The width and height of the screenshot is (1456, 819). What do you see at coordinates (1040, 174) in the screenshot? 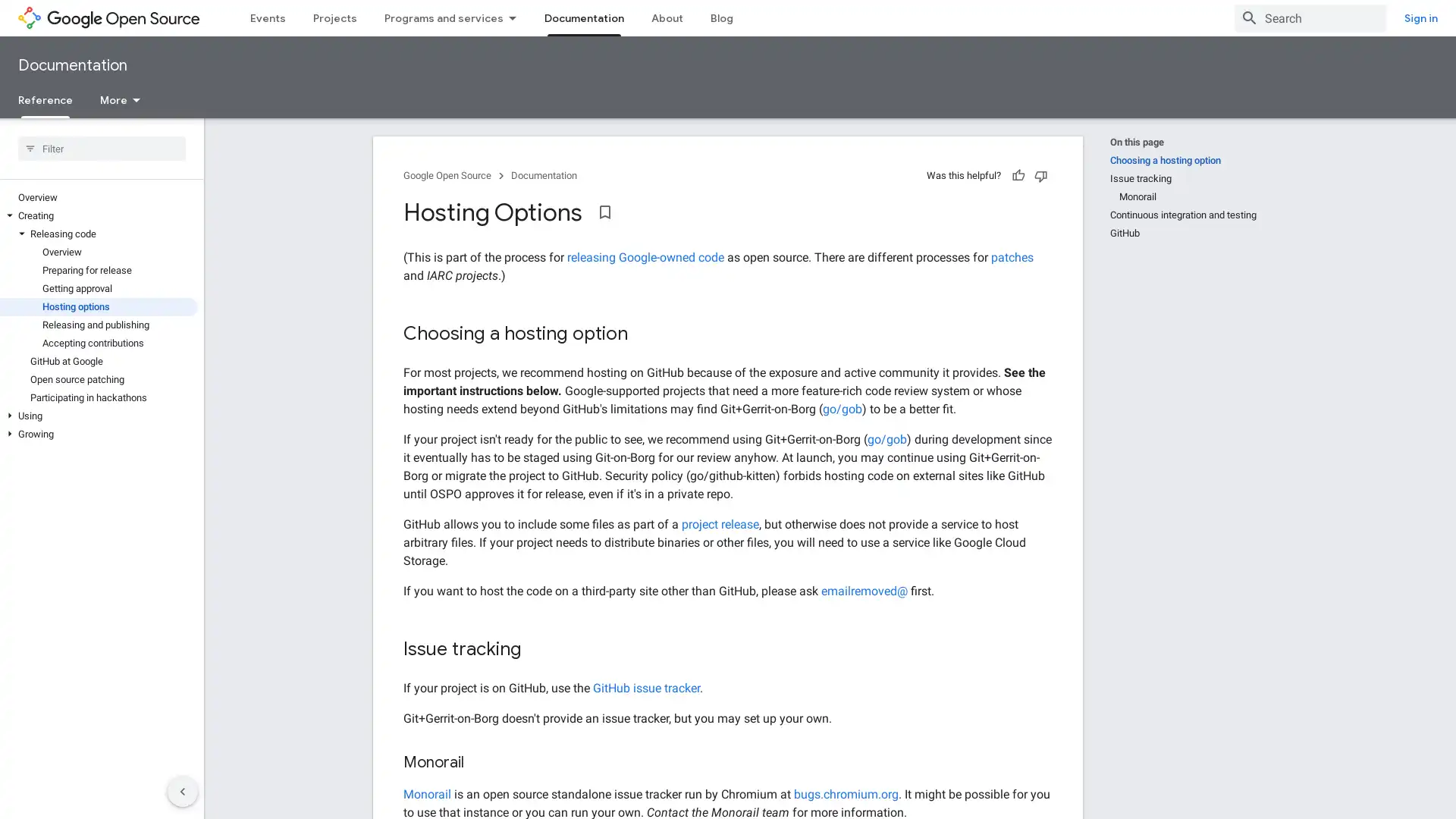
I see `Not helpful` at bounding box center [1040, 174].